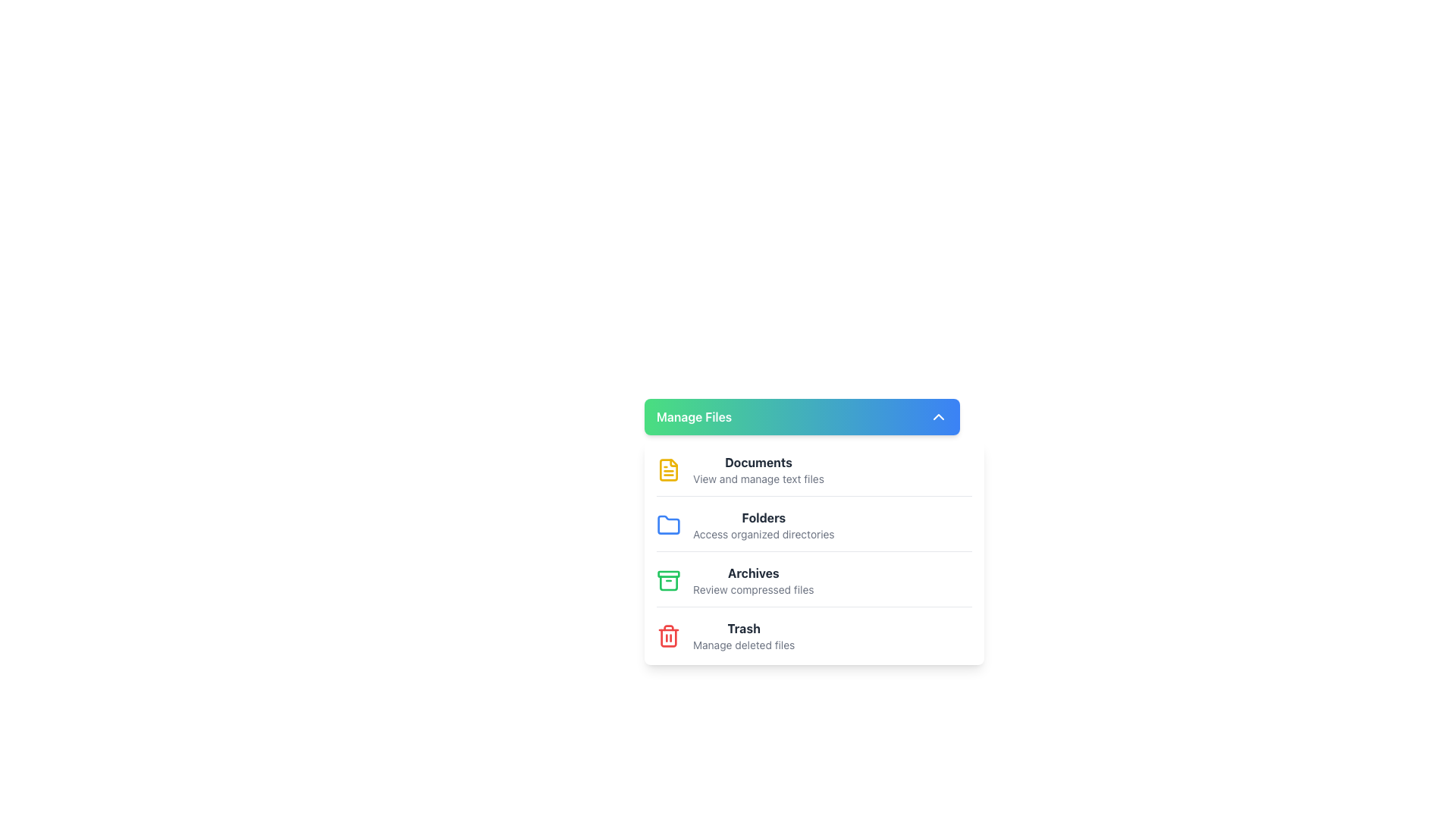 The height and width of the screenshot is (819, 1456). Describe the element at coordinates (744, 629) in the screenshot. I see `the 'Trash' section label, which is the last option in the vertical list of items, positioned below 'Archives'` at that location.